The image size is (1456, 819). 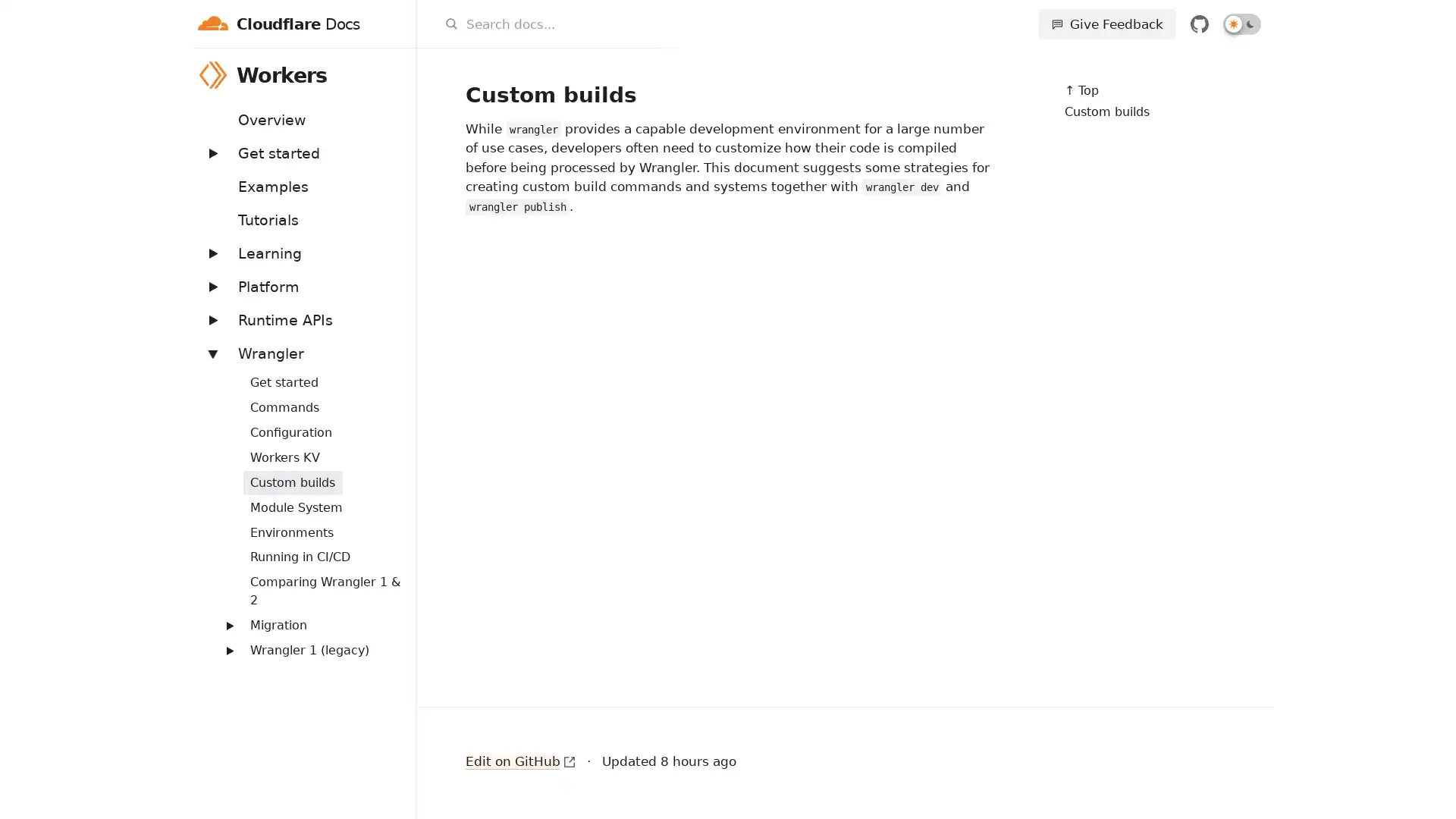 What do you see at coordinates (228, 648) in the screenshot?
I see `Expand: Wrangler 1 (legacy)` at bounding box center [228, 648].